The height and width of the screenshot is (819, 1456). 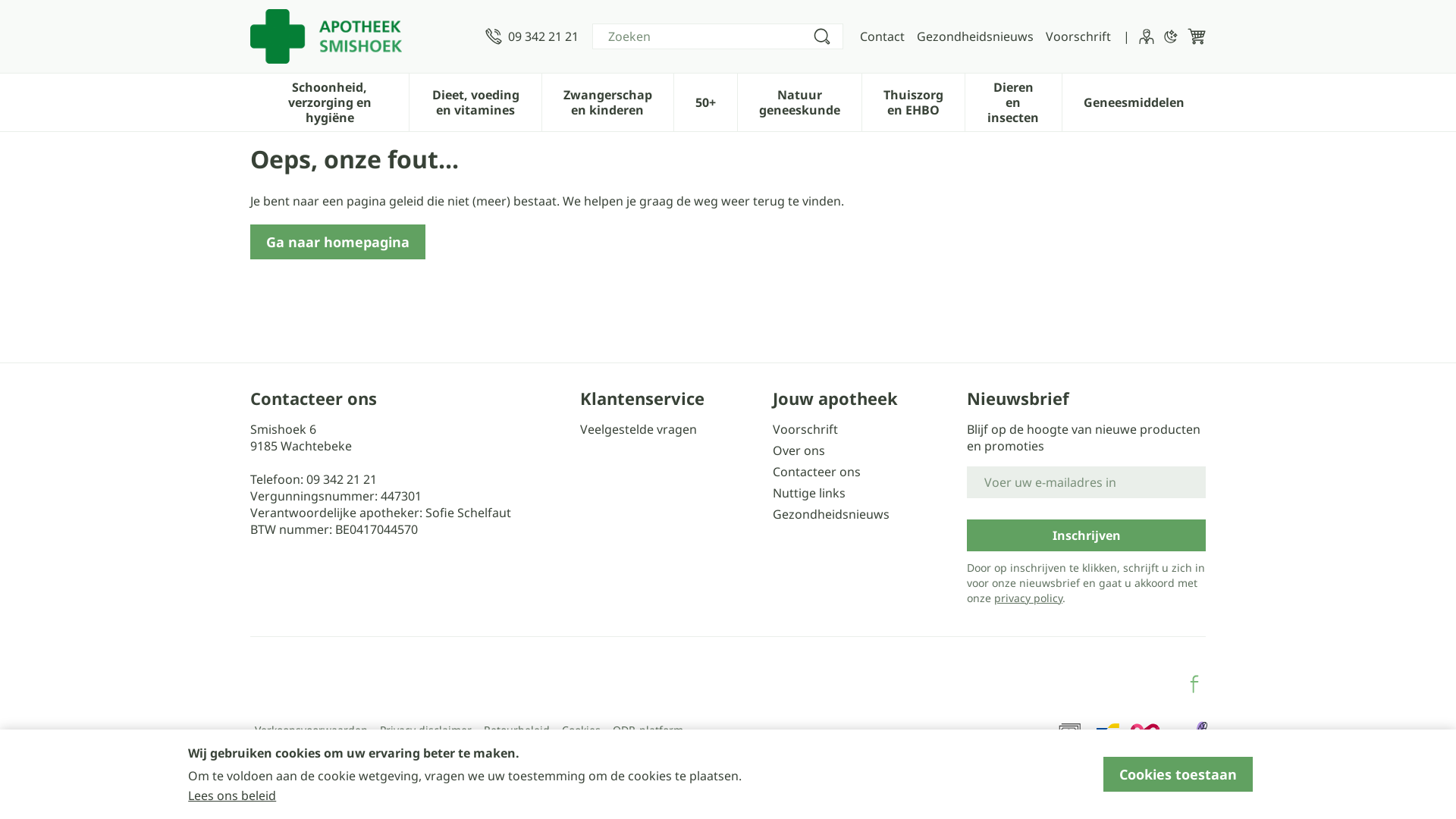 I want to click on 'Klant menu', so click(x=1147, y=35).